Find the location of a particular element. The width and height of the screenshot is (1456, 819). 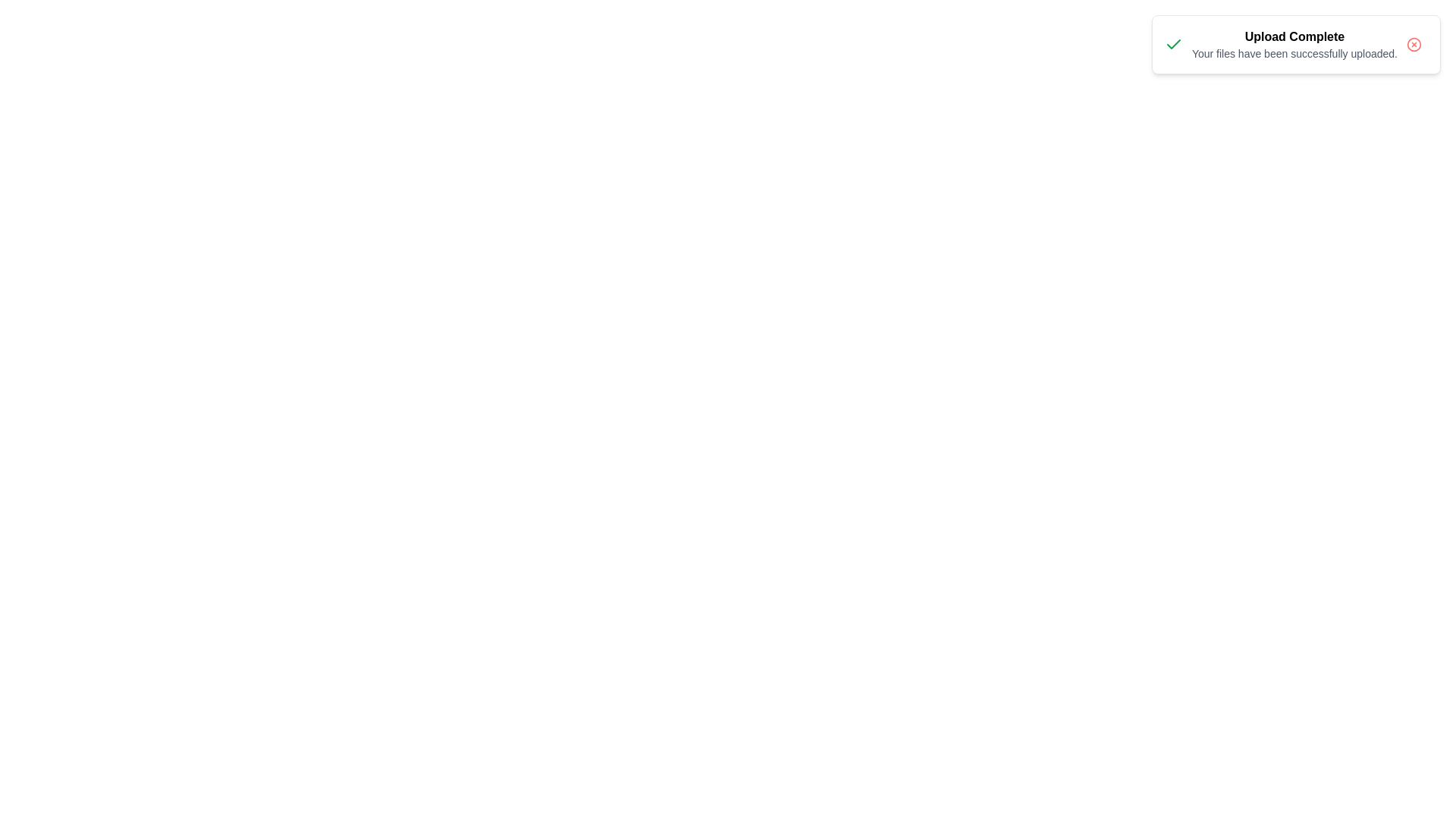

the notification icon to observe its type is located at coordinates (1172, 43).